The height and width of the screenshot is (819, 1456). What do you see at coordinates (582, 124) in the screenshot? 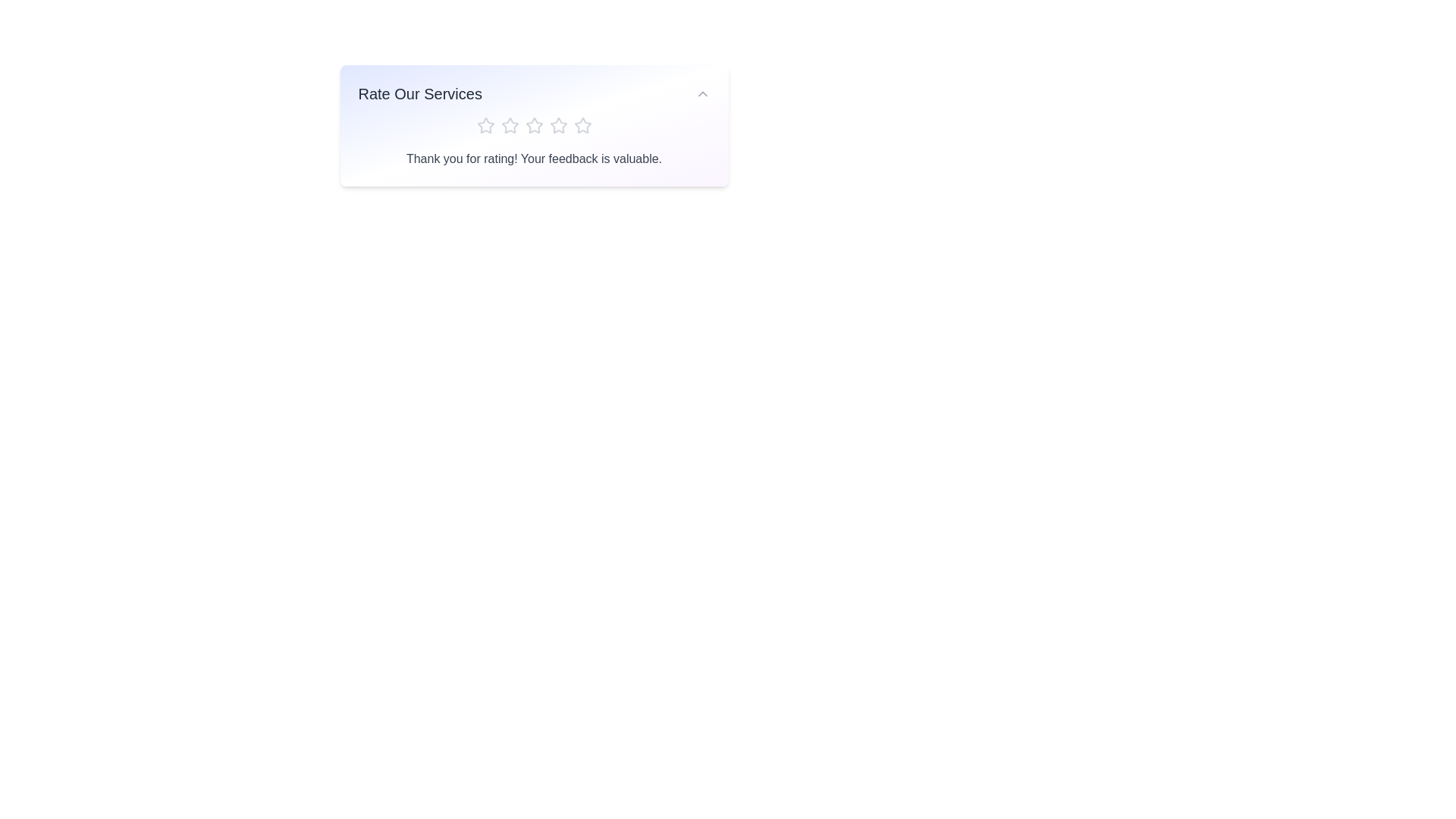
I see `the star corresponding to the desired rating 5` at bounding box center [582, 124].